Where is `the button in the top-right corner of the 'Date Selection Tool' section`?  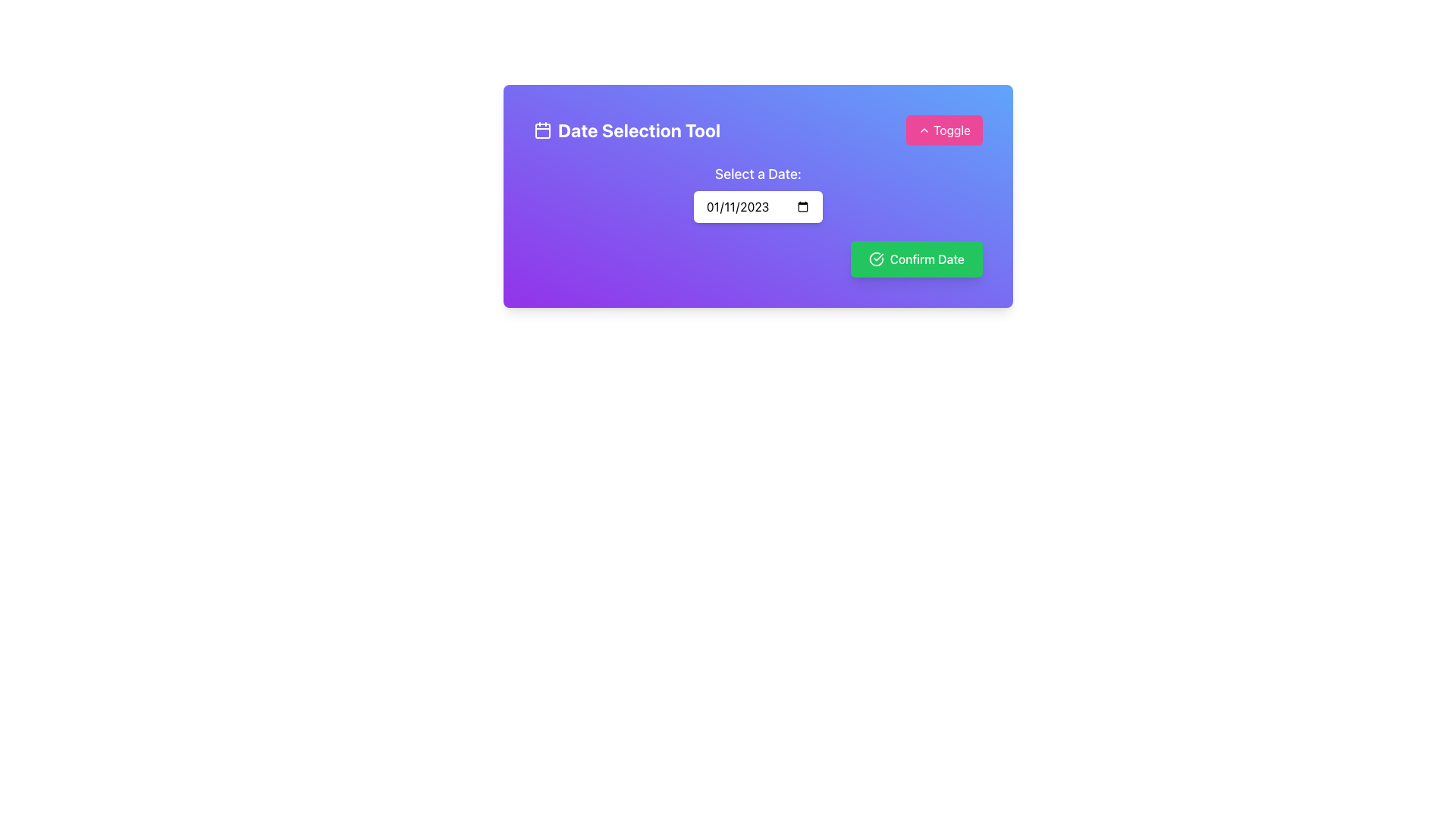 the button in the top-right corner of the 'Date Selection Tool' section is located at coordinates (943, 130).